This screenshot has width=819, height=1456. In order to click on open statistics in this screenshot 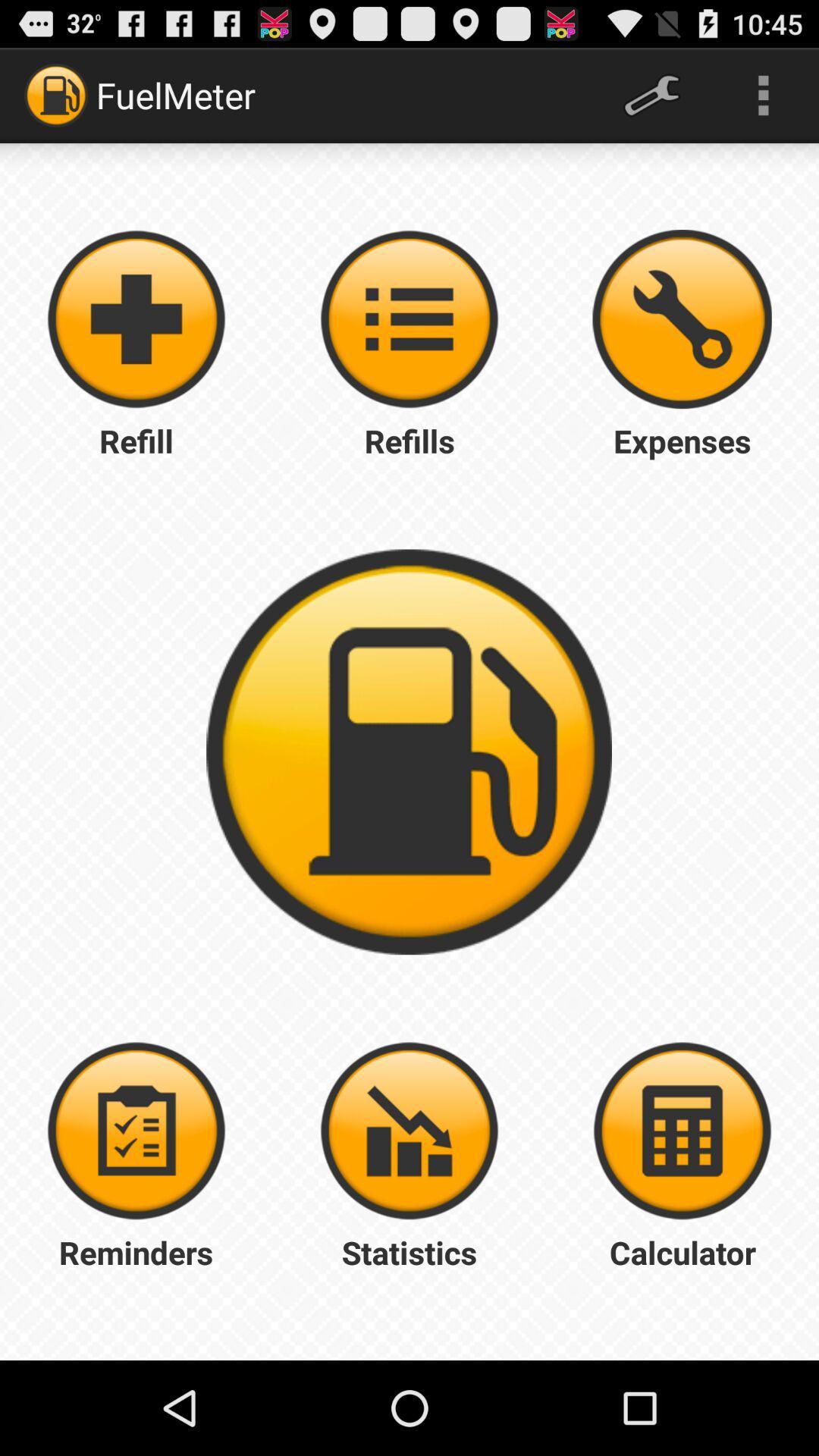, I will do `click(409, 1131)`.